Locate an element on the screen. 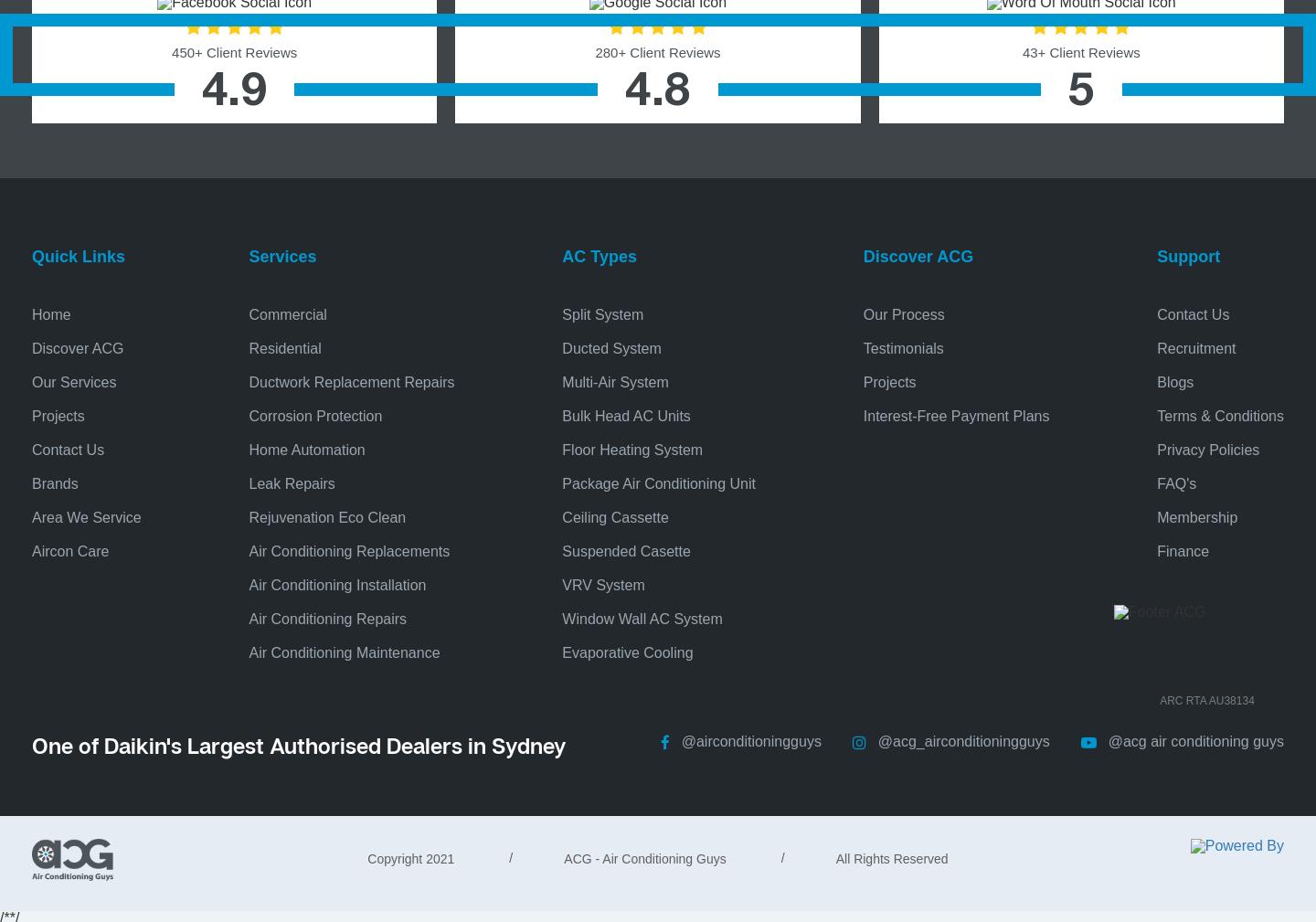  '@airconditioningguys' is located at coordinates (680, 740).